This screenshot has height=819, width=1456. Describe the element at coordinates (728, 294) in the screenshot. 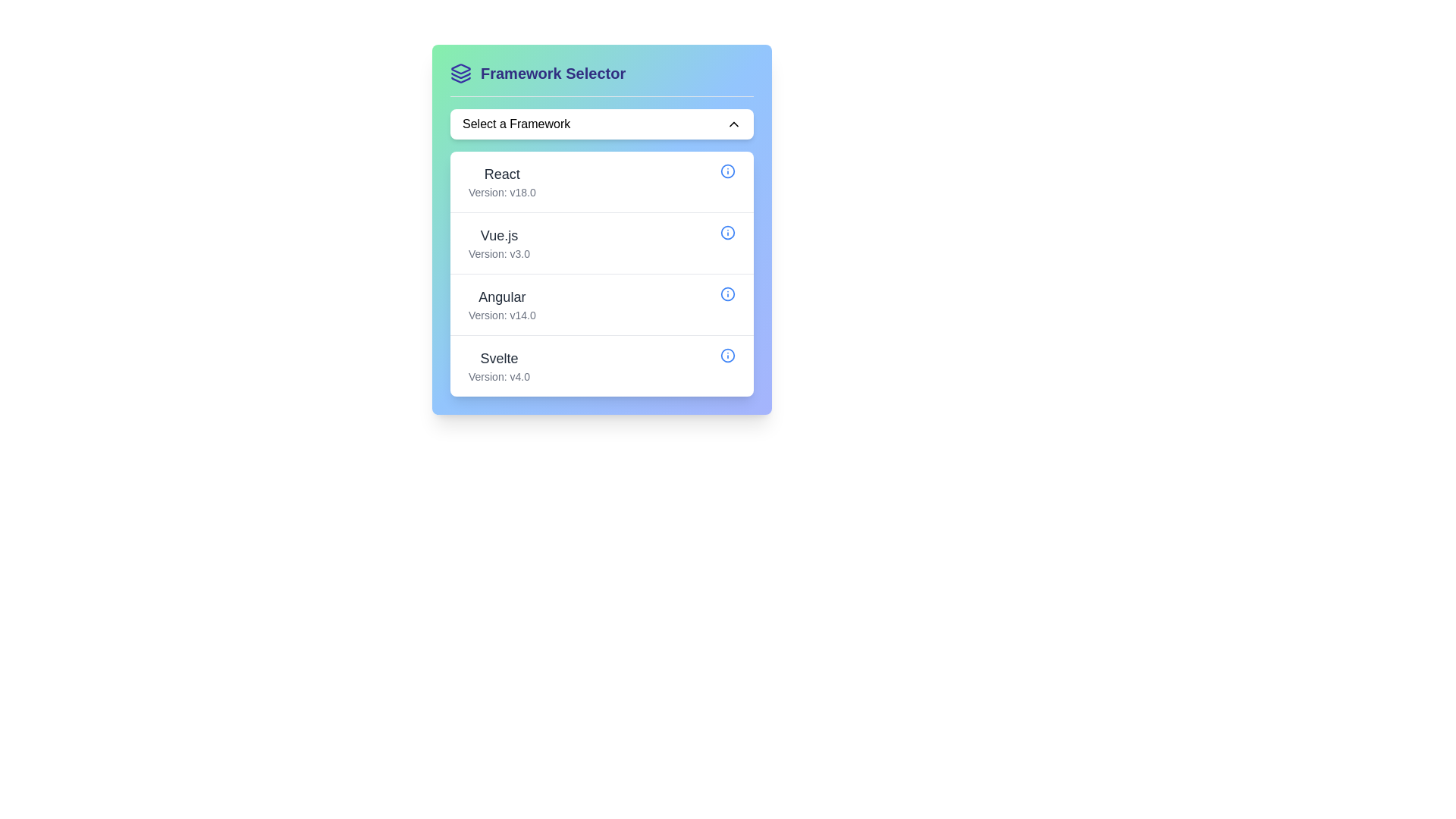

I see `the information tooltip icon located to the right of 'Angular Version: v14.0' in the list interface` at that location.